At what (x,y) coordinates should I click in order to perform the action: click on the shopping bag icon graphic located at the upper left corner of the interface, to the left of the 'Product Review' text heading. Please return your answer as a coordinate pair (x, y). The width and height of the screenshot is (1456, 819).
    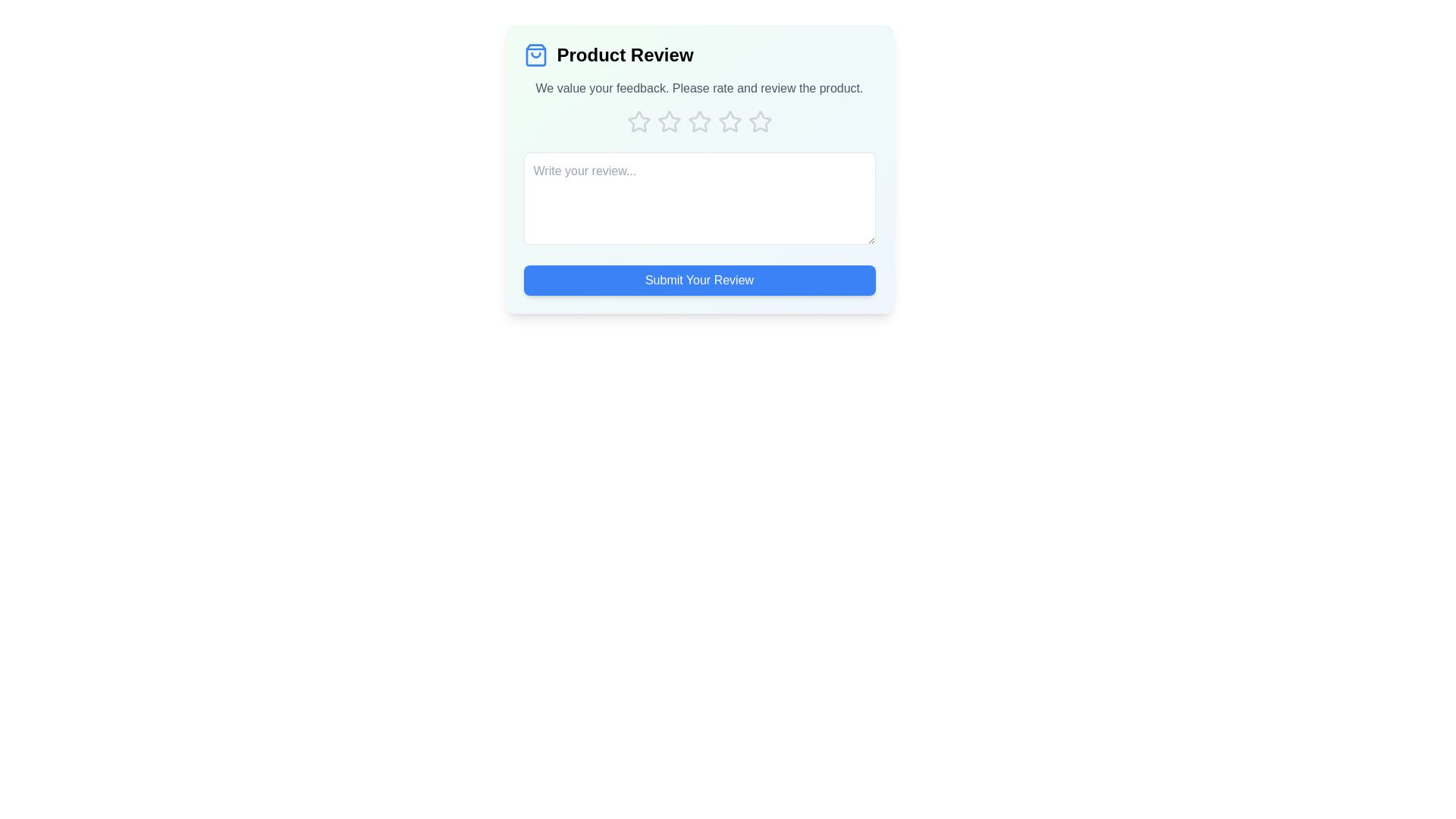
    Looking at the image, I should click on (535, 55).